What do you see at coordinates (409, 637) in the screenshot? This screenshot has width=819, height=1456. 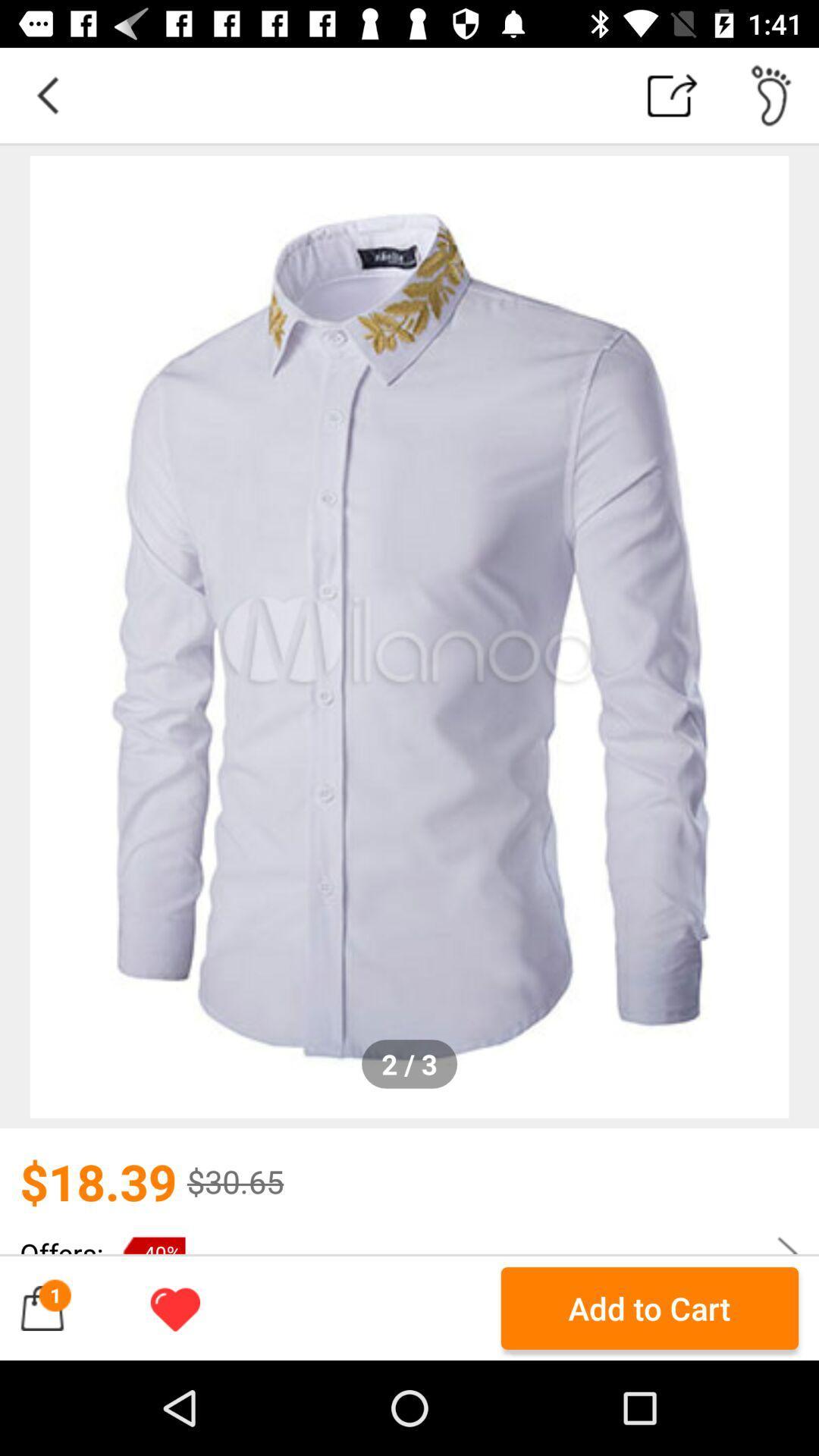 I see `icon at the center` at bounding box center [409, 637].